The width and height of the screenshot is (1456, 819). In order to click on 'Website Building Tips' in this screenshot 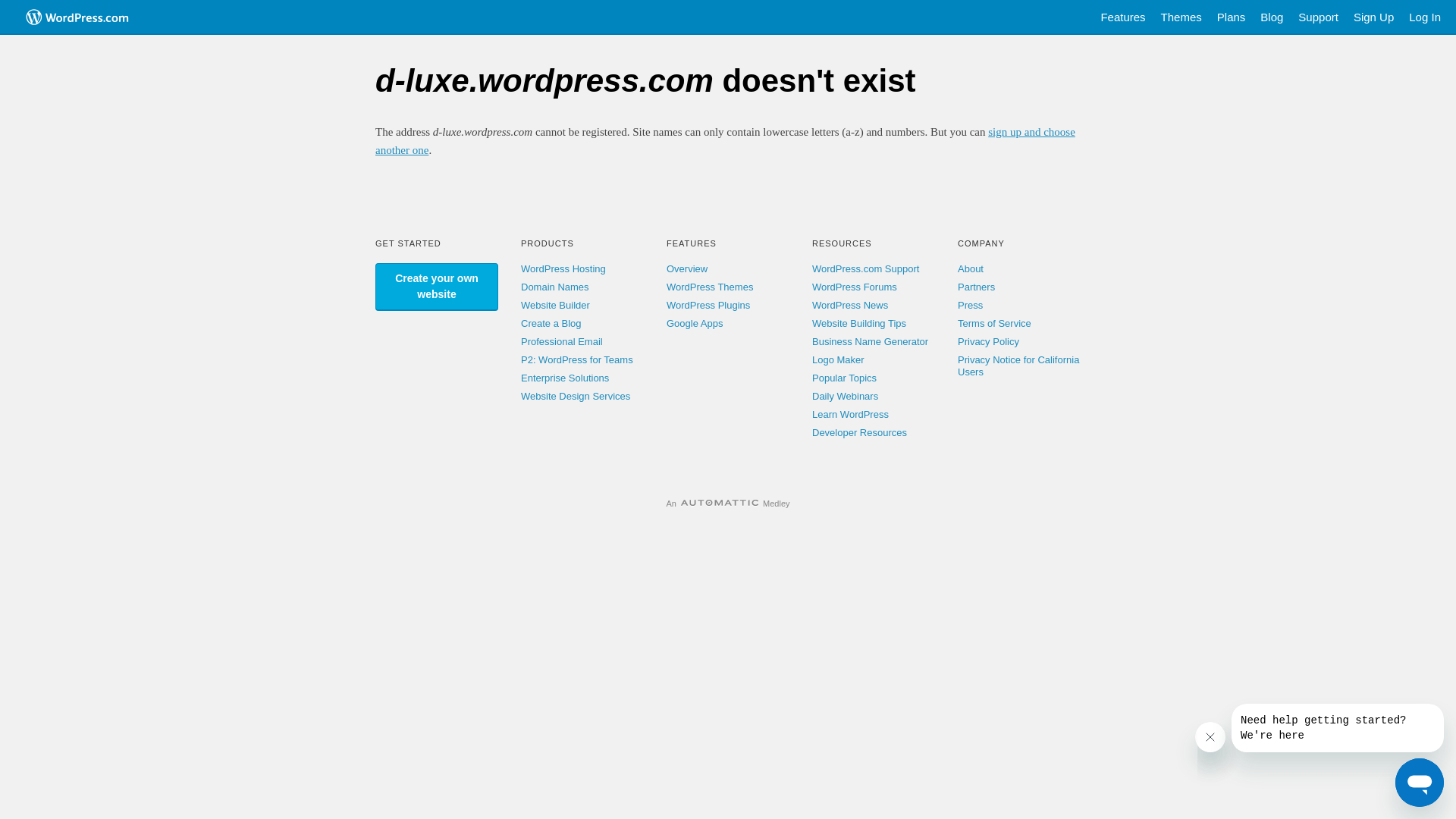, I will do `click(811, 322)`.